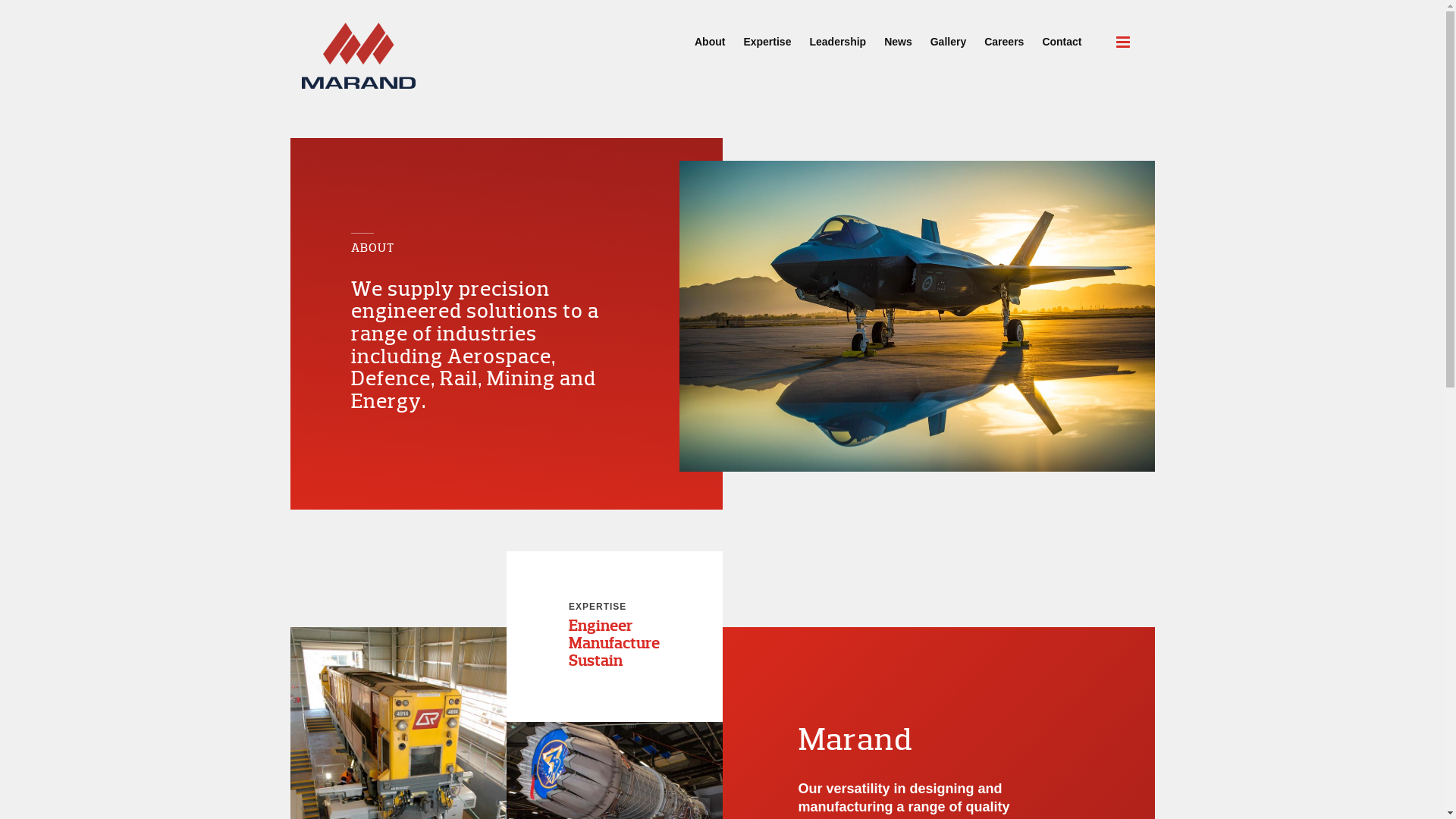 The image size is (1456, 819). What do you see at coordinates (767, 34) in the screenshot?
I see `'Expertise'` at bounding box center [767, 34].